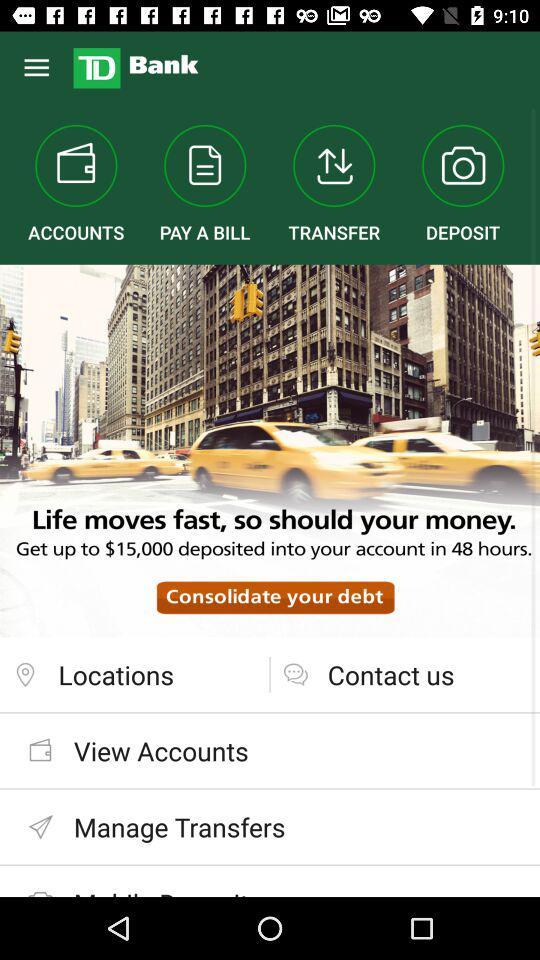 The height and width of the screenshot is (960, 540). I want to click on the icon above the view accounts icon, so click(134, 674).